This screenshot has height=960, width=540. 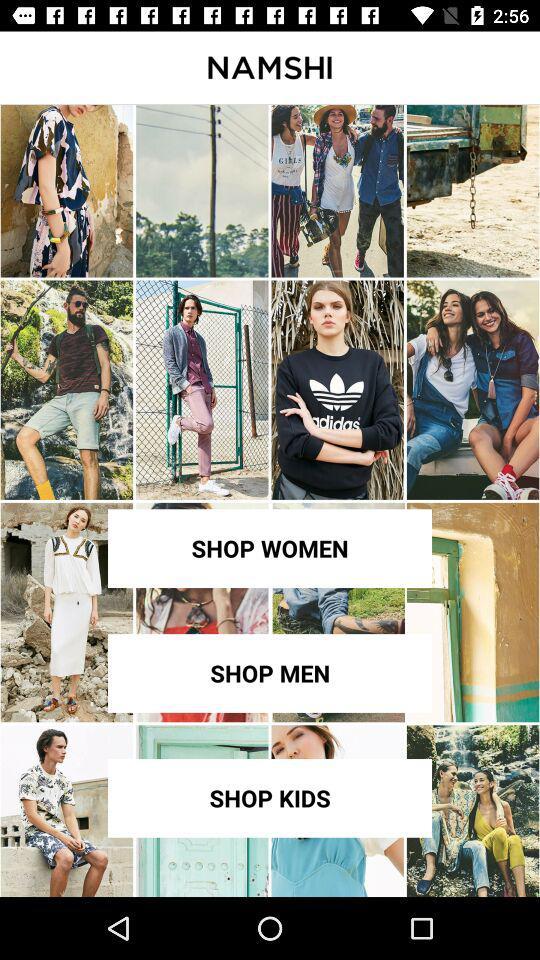 I want to click on shop women, so click(x=270, y=548).